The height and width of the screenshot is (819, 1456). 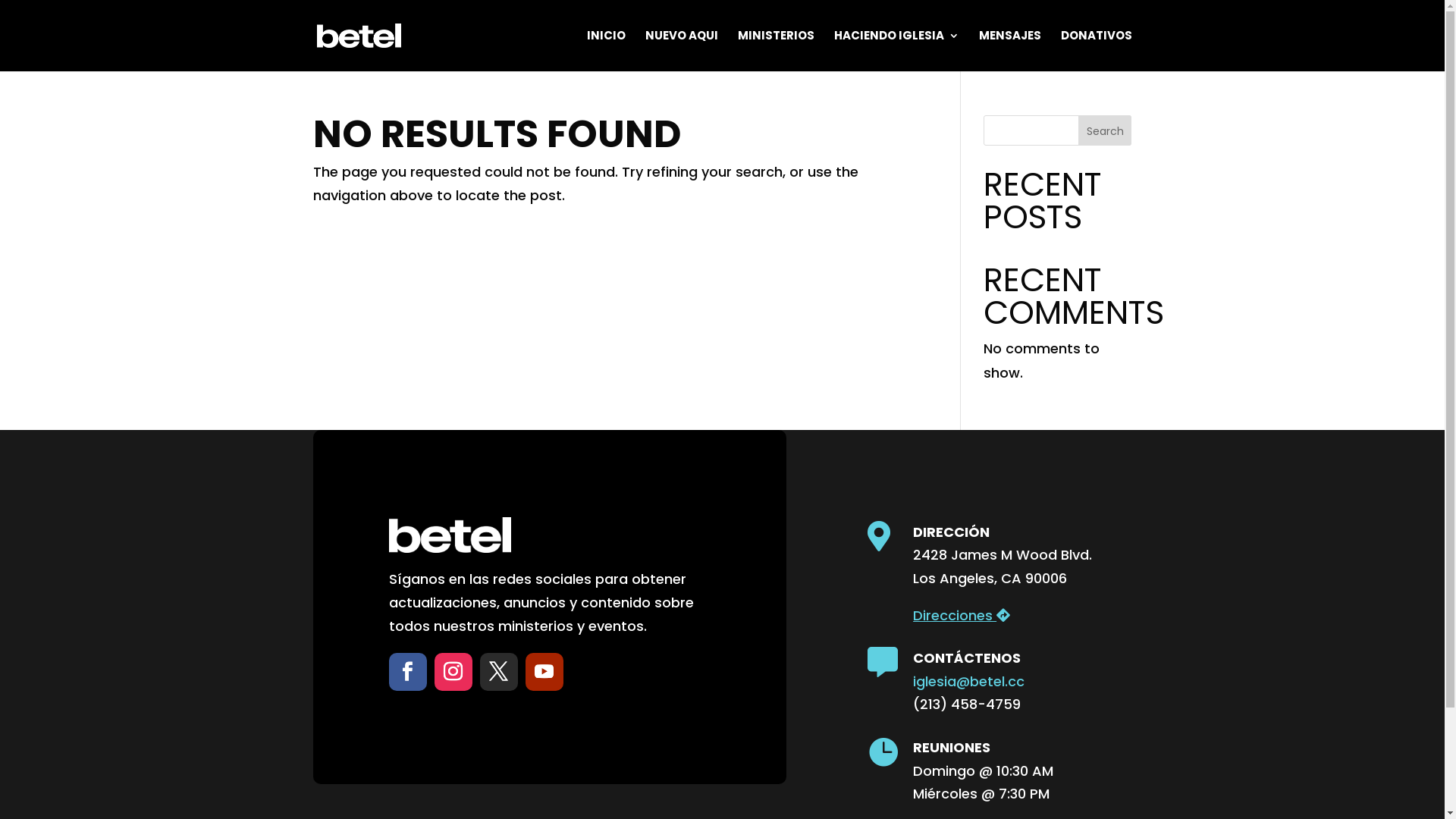 What do you see at coordinates (543, 671) in the screenshot?
I see `'Follow on Youtube'` at bounding box center [543, 671].